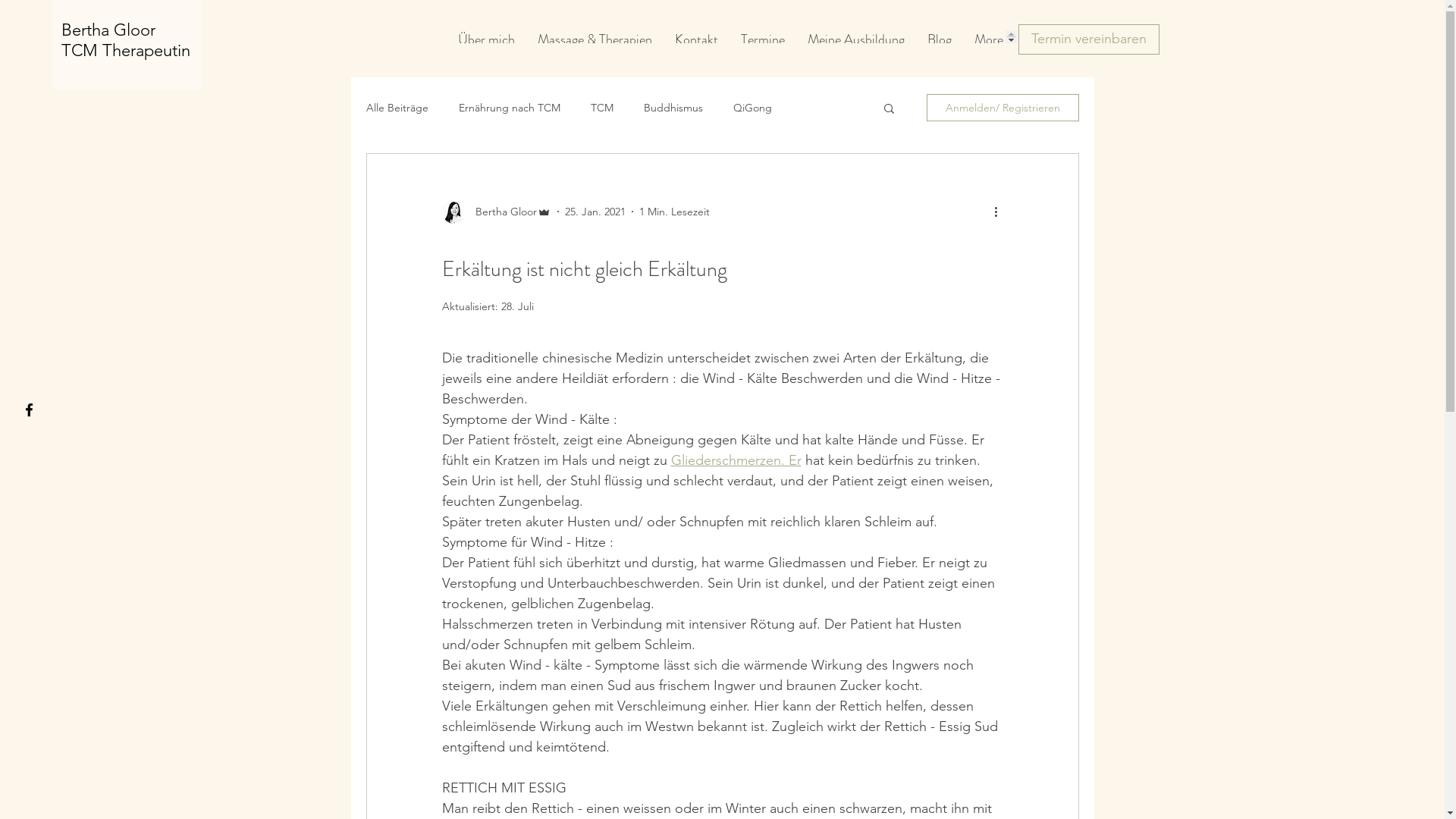 The width and height of the screenshot is (1456, 819). I want to click on 'TCM', so click(600, 107).